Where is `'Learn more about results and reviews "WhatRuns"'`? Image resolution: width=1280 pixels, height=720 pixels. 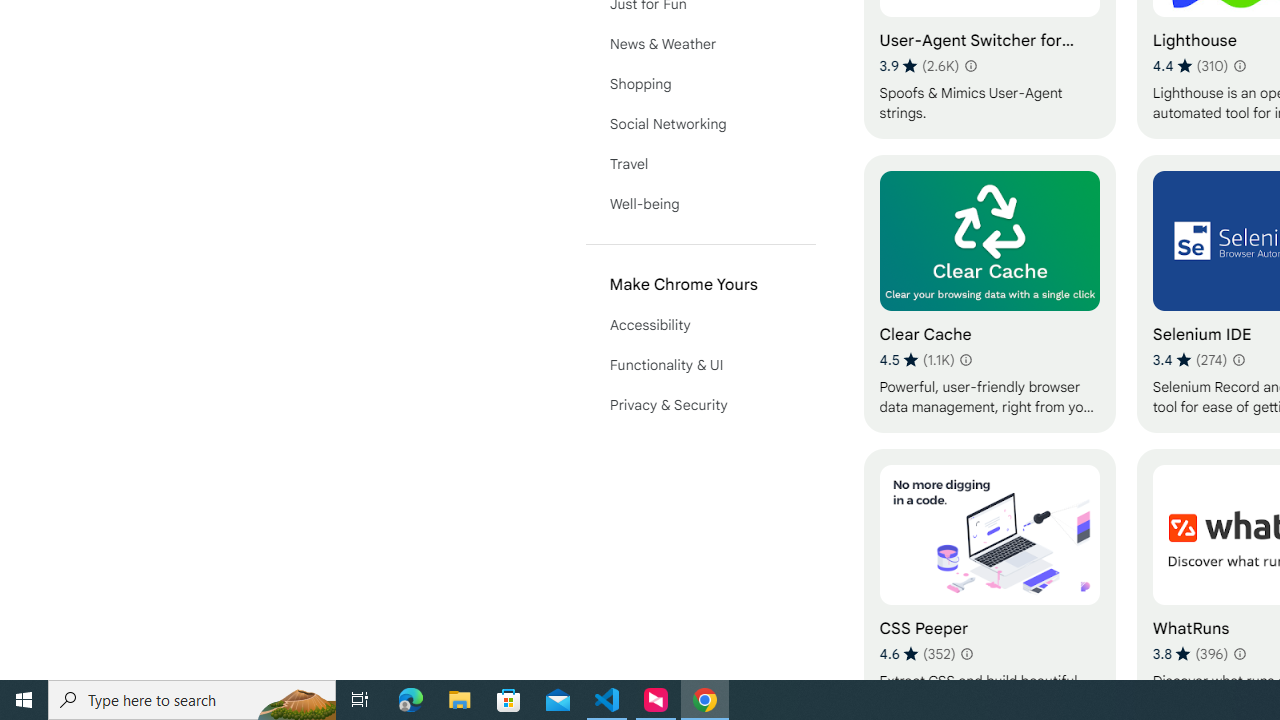
'Learn more about results and reviews "WhatRuns"' is located at coordinates (1238, 654).